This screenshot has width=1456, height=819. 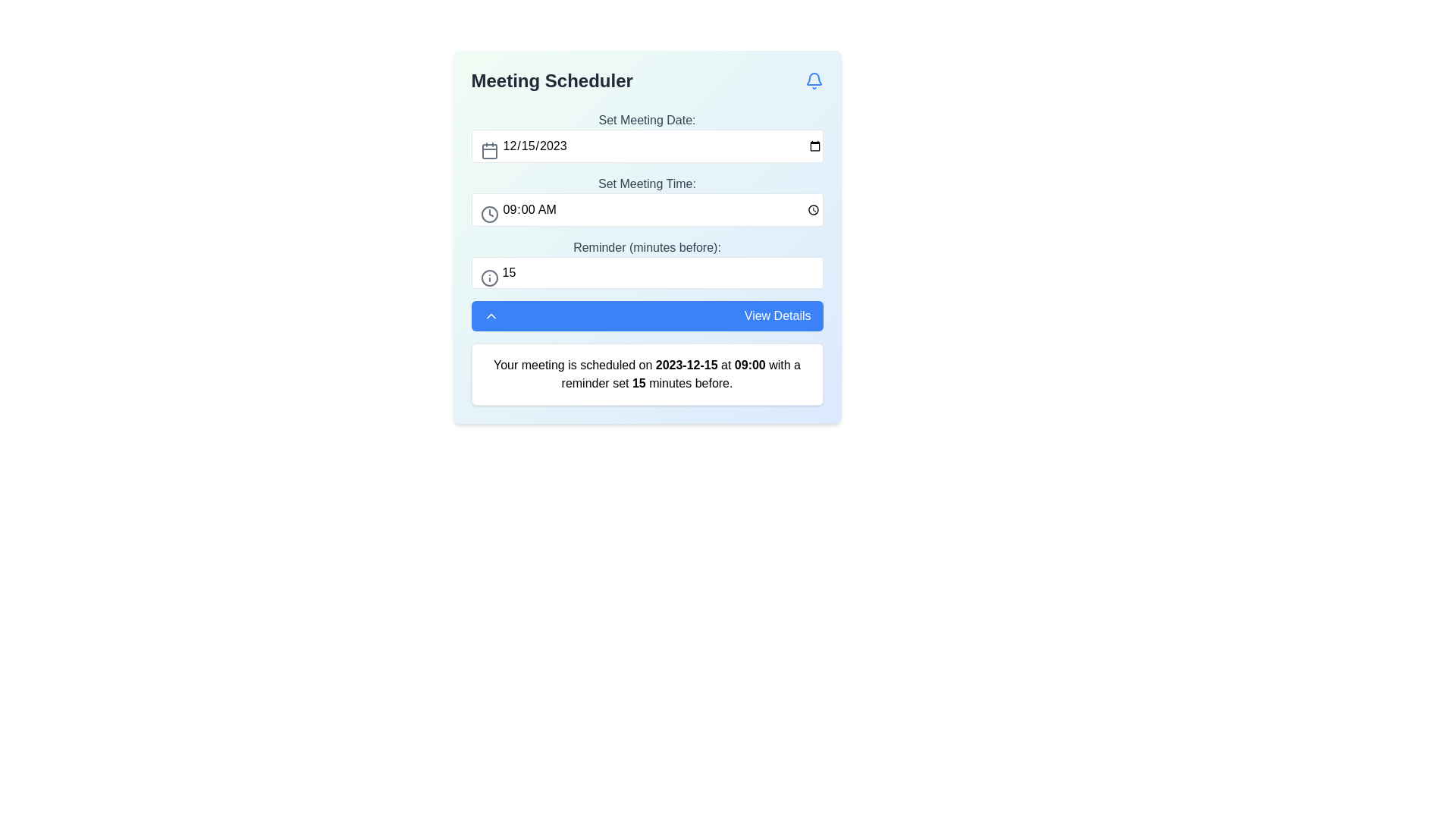 I want to click on the bold text label reading 'Meeting Scheduler', which is styled in a large font size and dark gray color, located at the upper part of the interface, so click(x=551, y=81).